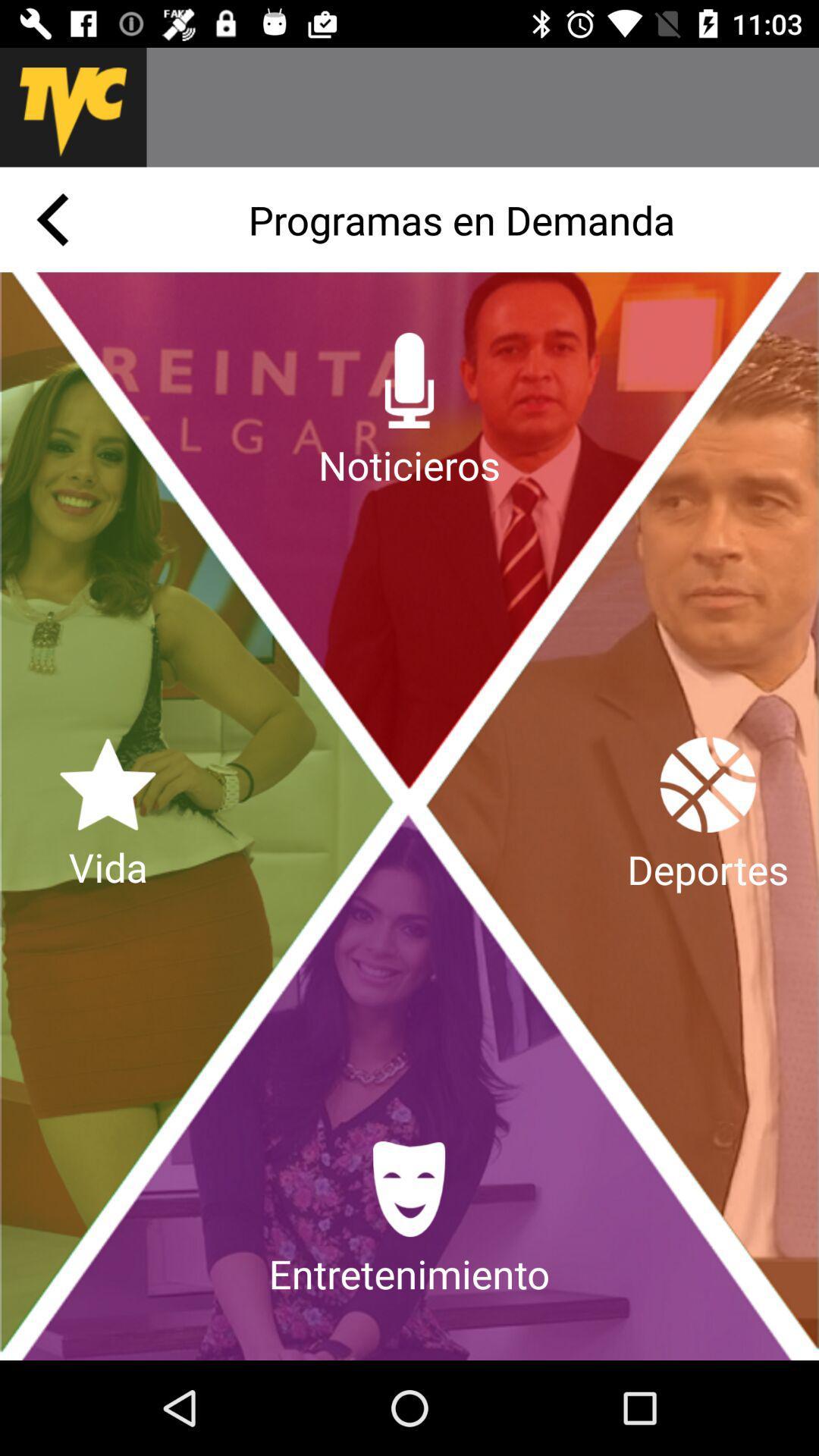 The image size is (819, 1456). What do you see at coordinates (52, 218) in the screenshot?
I see `the item next to the programas en demanda item` at bounding box center [52, 218].